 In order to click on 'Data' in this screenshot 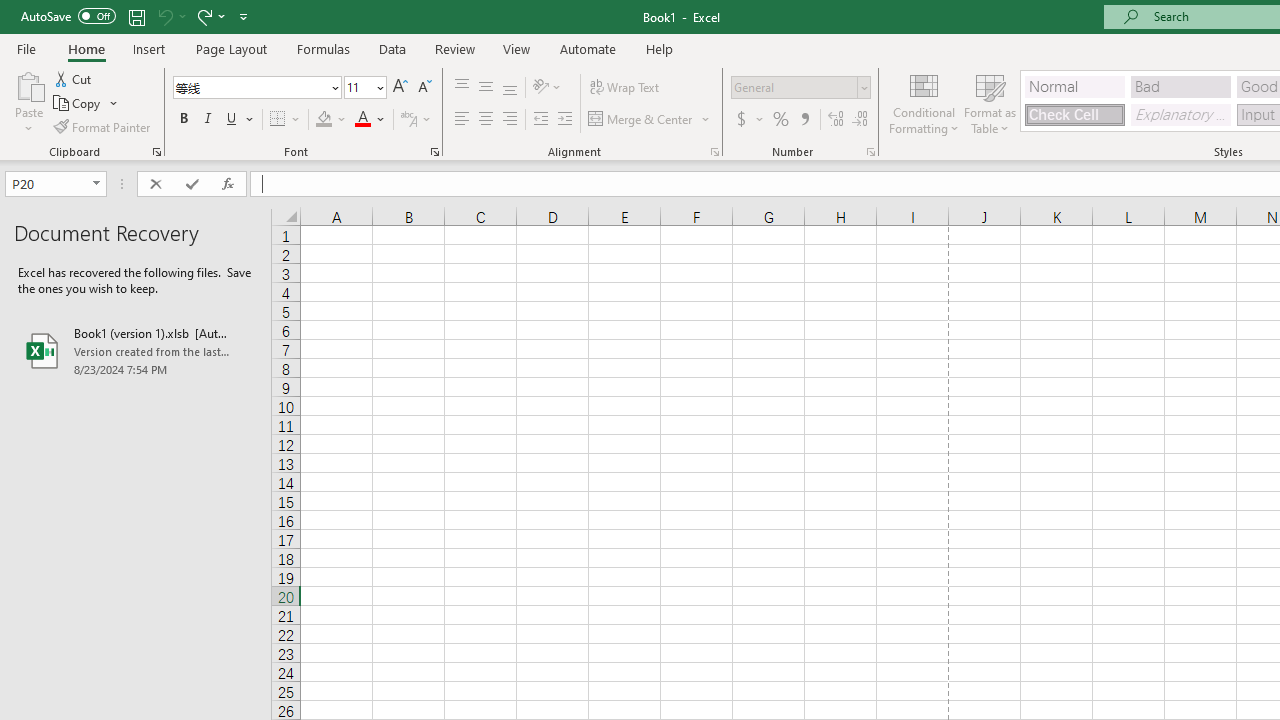, I will do `click(392, 48)`.